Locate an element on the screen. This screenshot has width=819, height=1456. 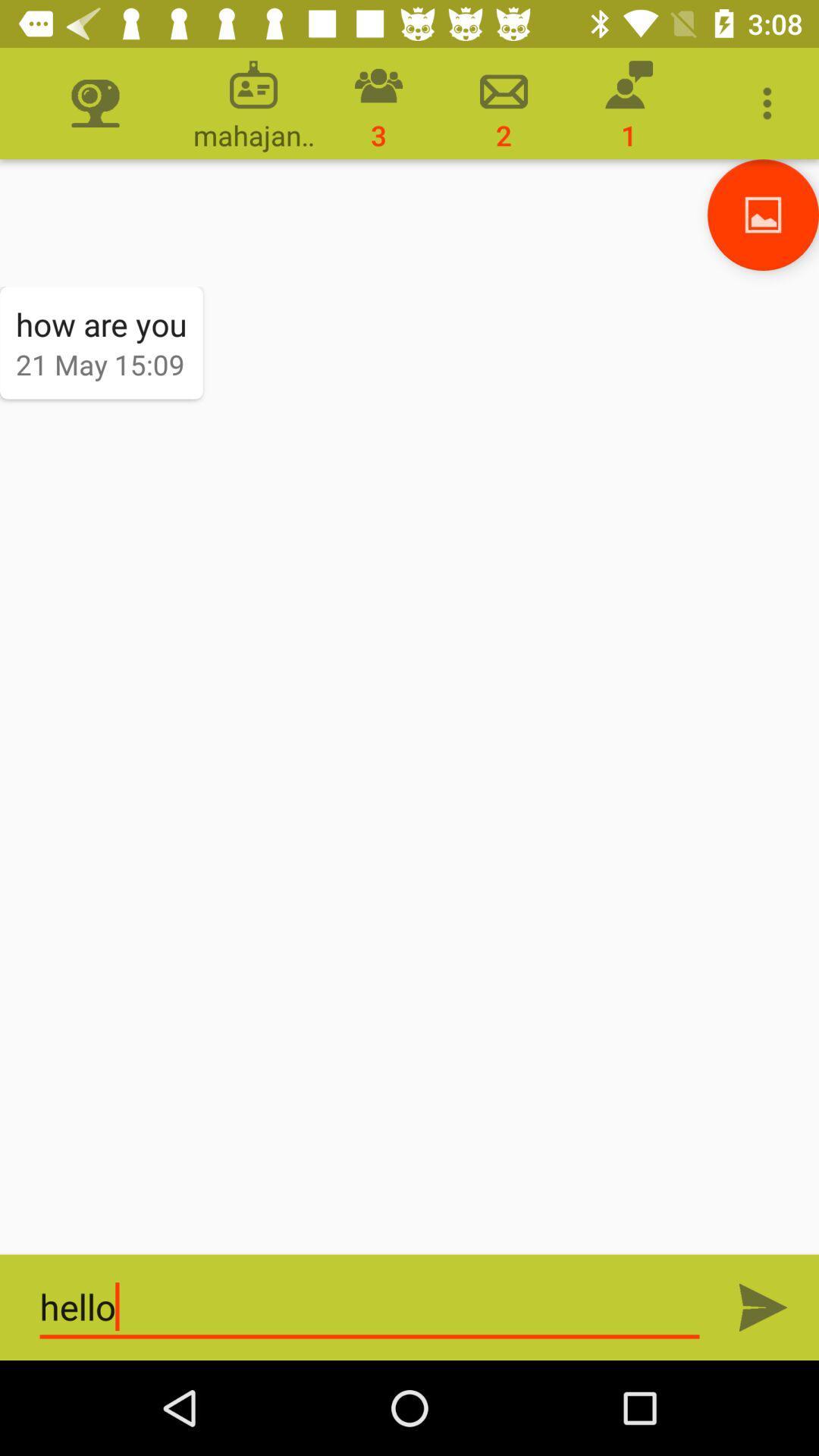
image is located at coordinates (763, 214).